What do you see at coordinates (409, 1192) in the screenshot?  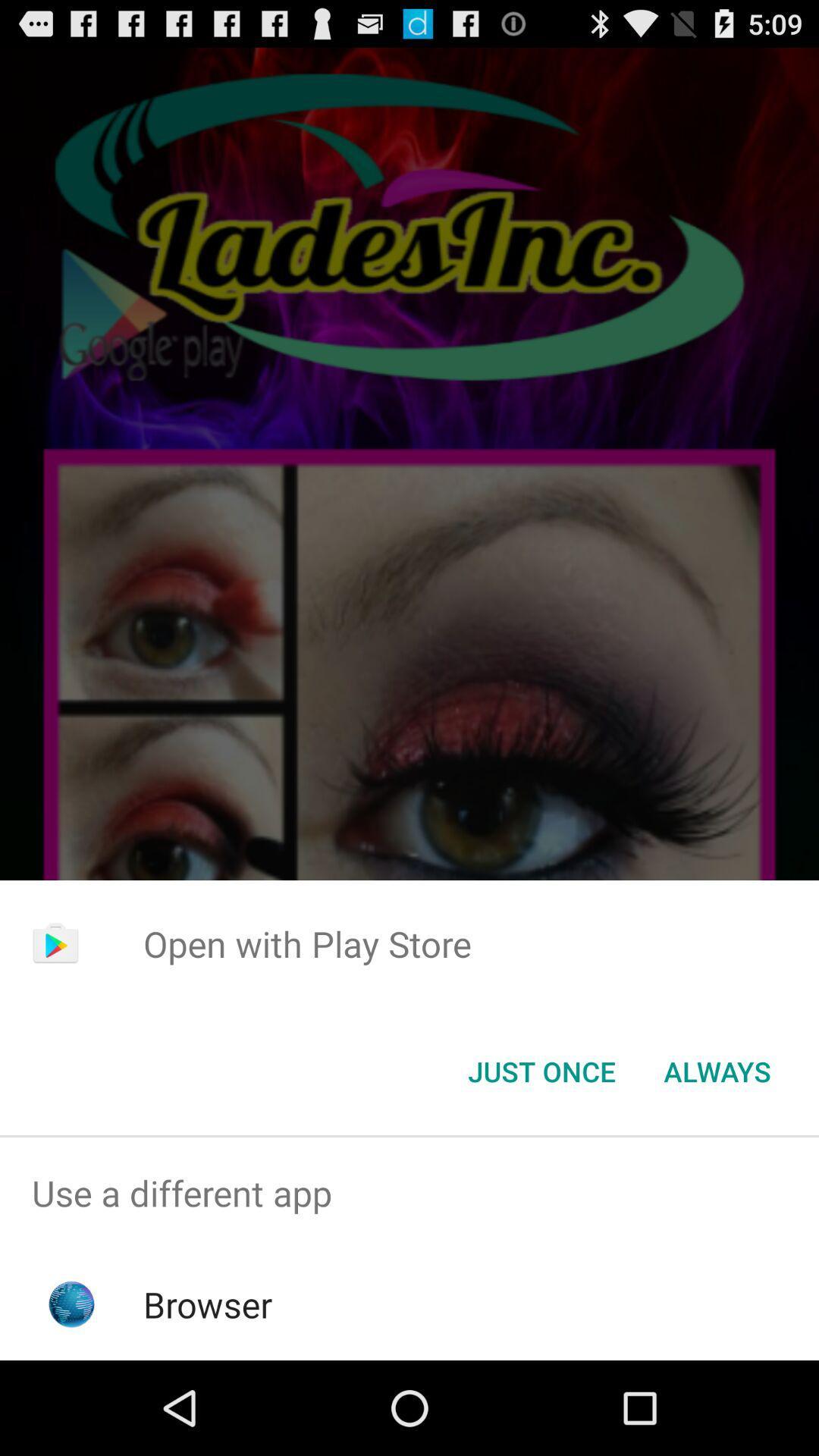 I see `use a different item` at bounding box center [409, 1192].